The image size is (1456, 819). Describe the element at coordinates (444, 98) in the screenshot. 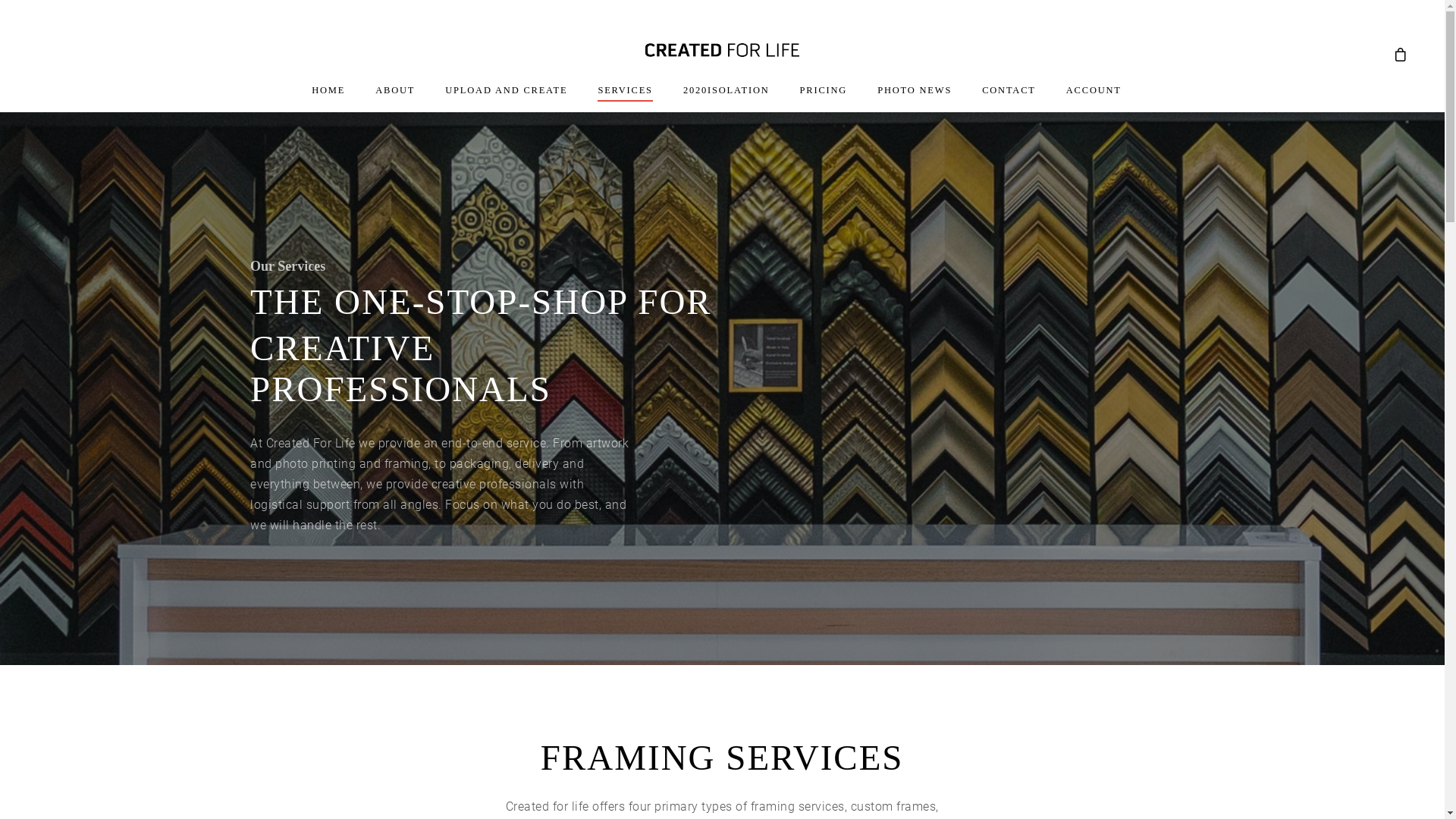

I see `'UPLOAD AND CREATE'` at that location.